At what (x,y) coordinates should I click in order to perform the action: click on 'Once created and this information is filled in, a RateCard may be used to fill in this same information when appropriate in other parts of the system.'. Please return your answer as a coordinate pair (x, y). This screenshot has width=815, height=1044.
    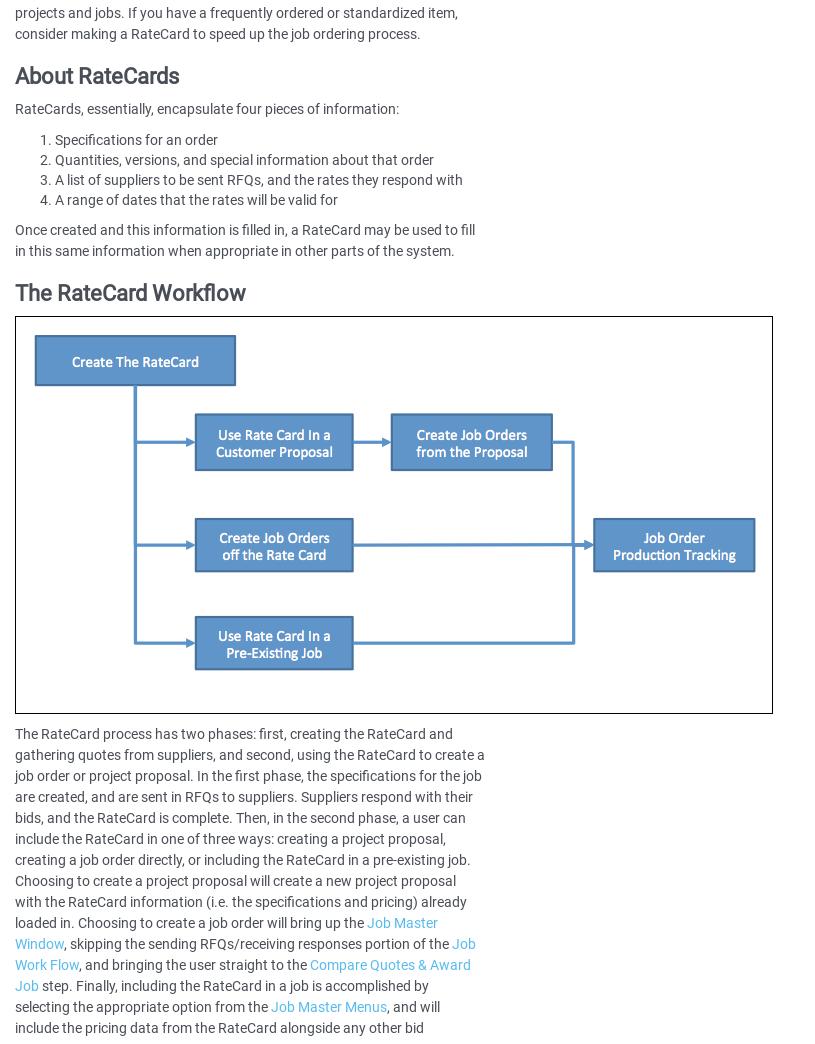
    Looking at the image, I should click on (244, 240).